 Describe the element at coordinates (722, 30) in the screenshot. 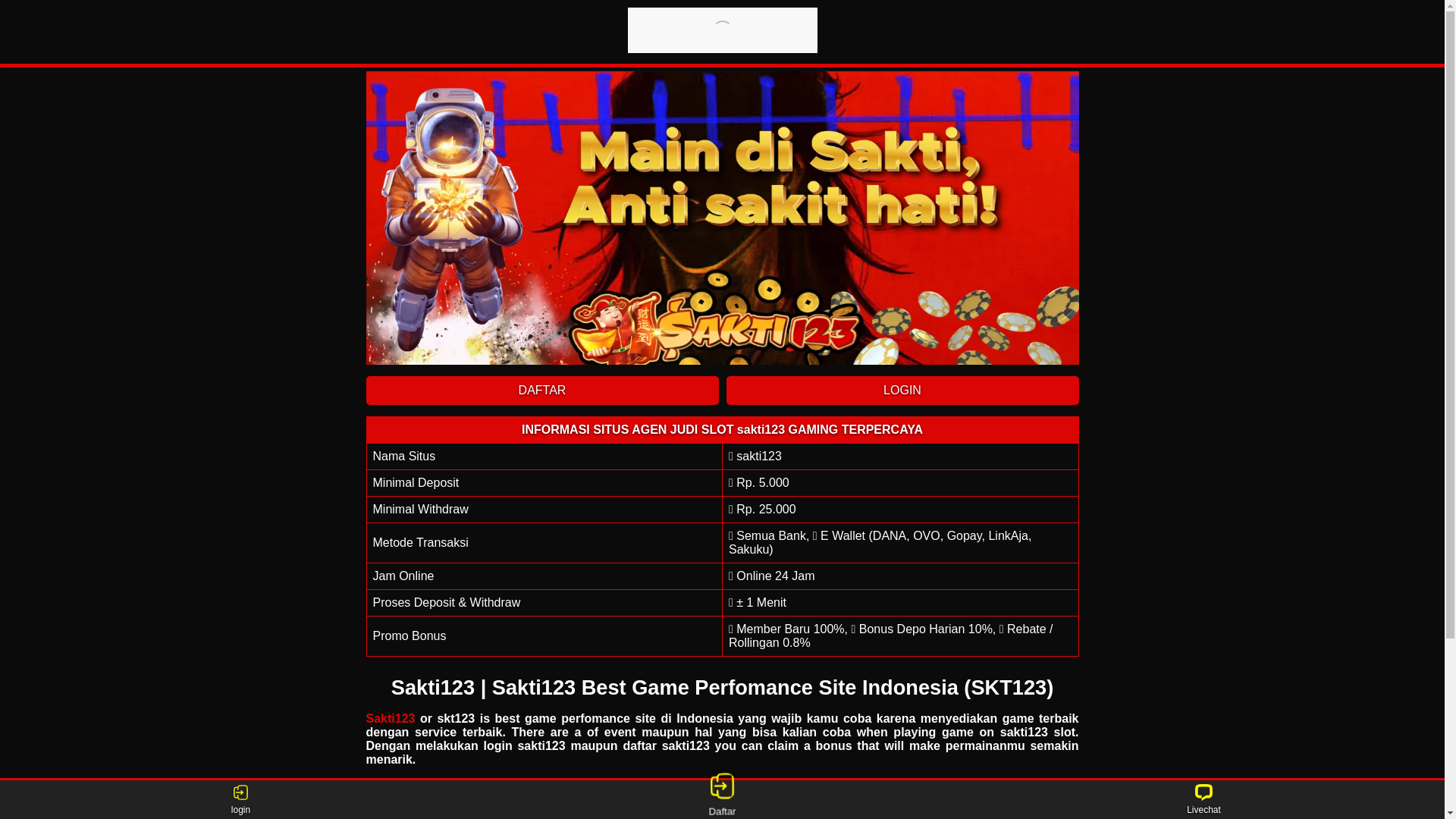

I see `'sakti123'` at that location.